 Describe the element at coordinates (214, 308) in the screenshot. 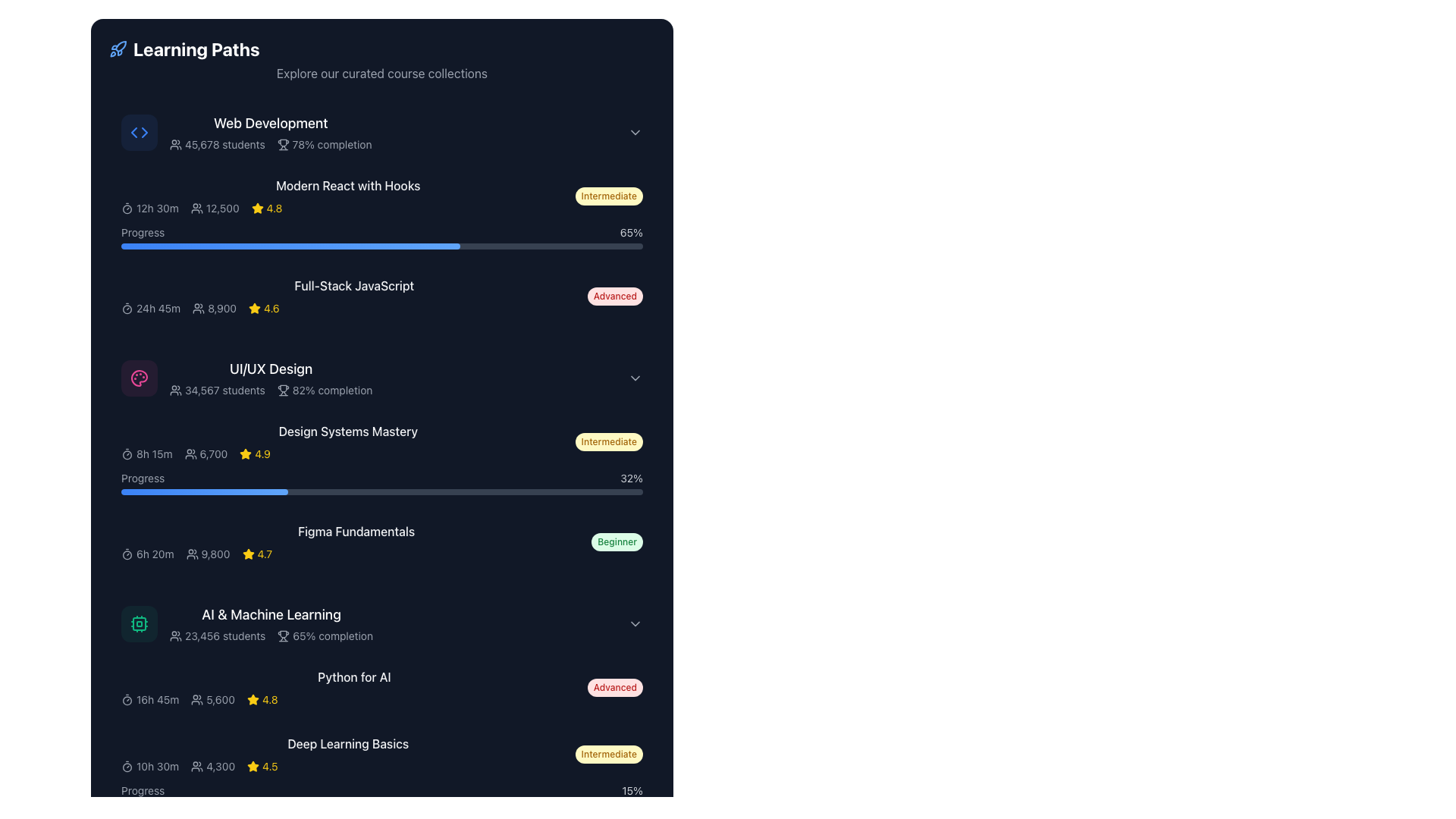

I see `the label indicating the number of participants, which displays '8,900' students enrolled in the course, located in the 'Full-Stack JavaScript' section beneath the '24h 45m' label and before the rating score of 4.6` at that location.